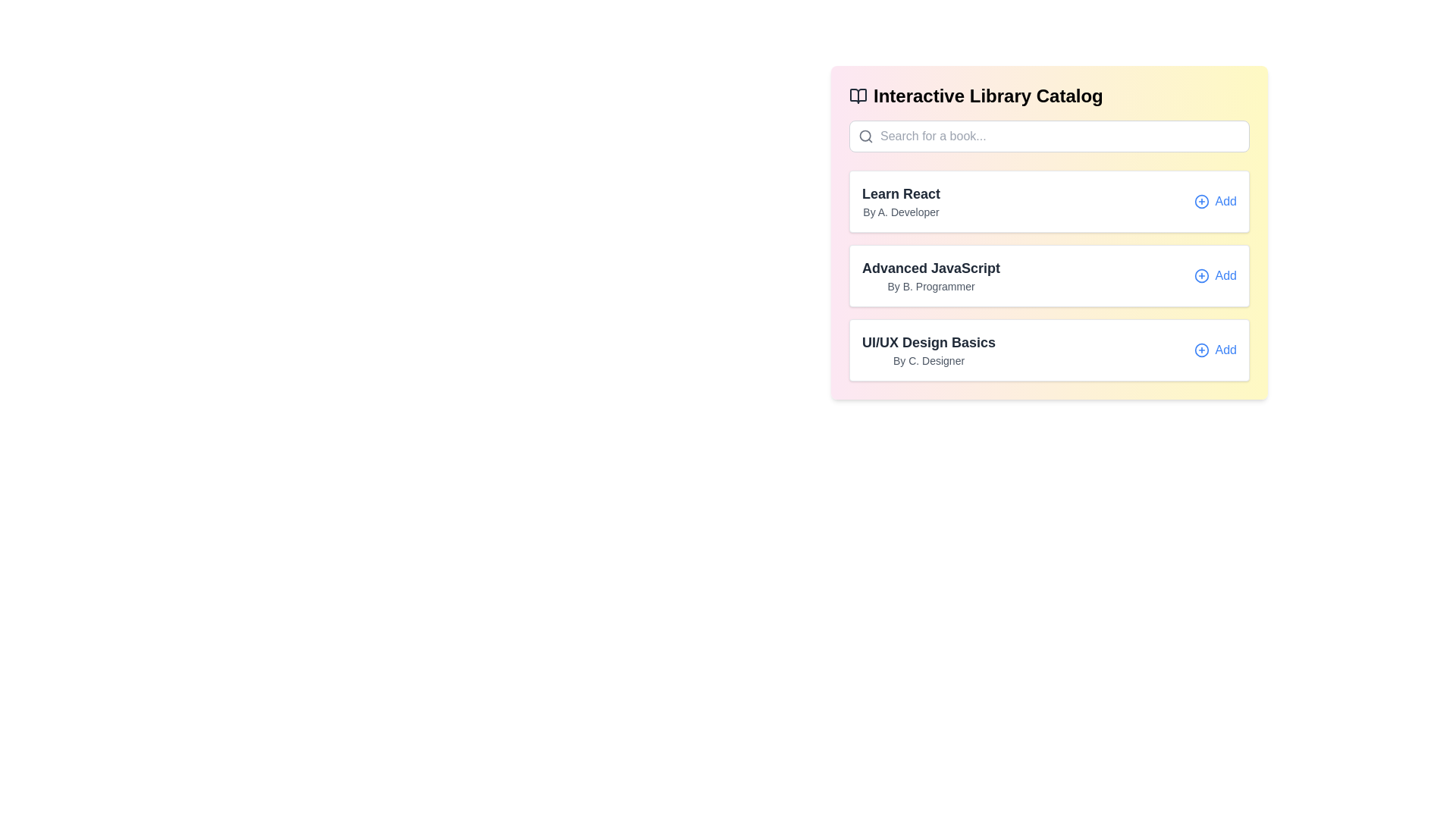 The height and width of the screenshot is (819, 1456). What do you see at coordinates (1200, 350) in the screenshot?
I see `the circular graphical element that is part of the plus symbol icon adjacent to the 'UI/UX Design Basics' label in the Interactive Library Catalog` at bounding box center [1200, 350].